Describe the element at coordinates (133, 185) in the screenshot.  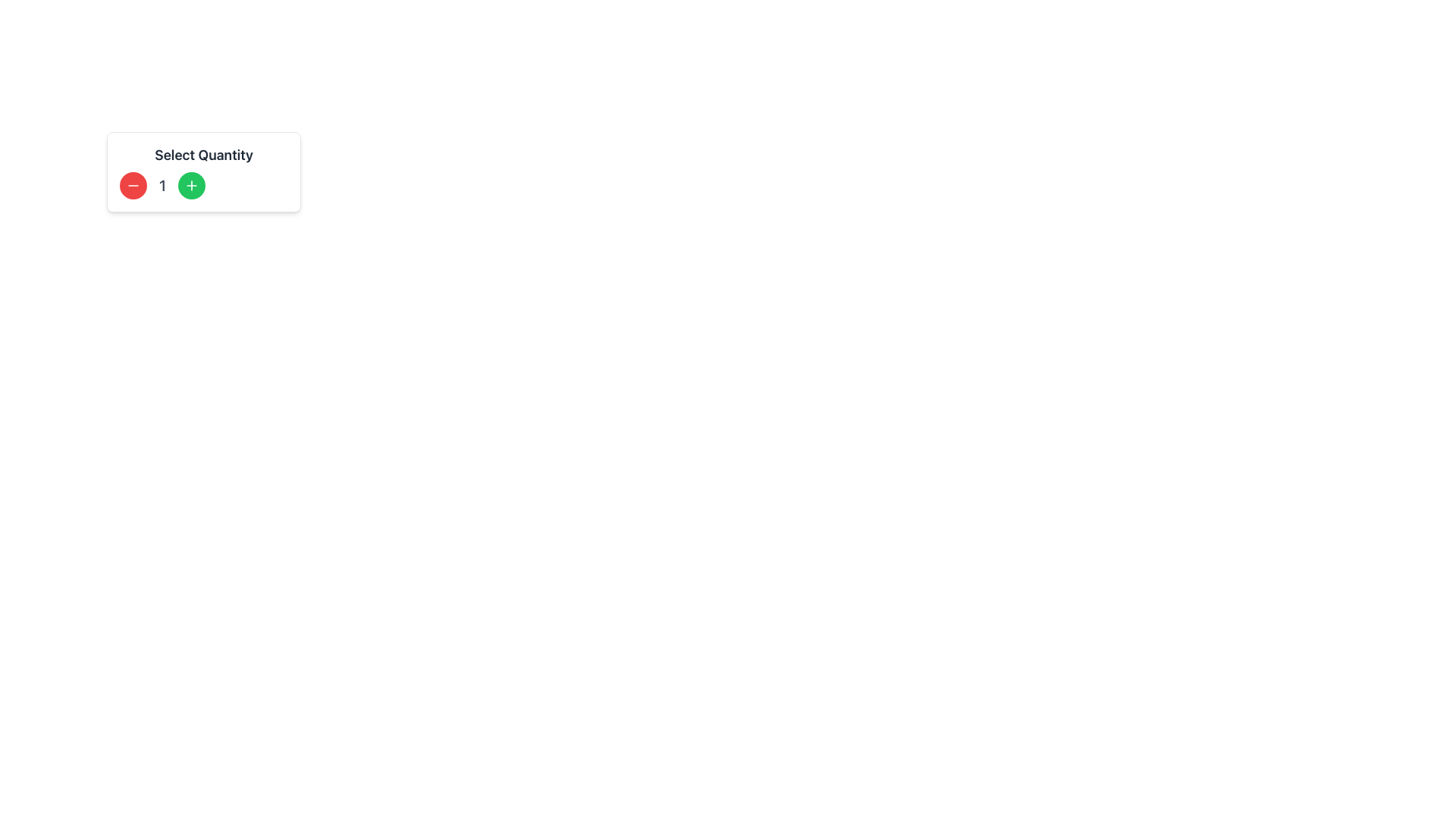
I see `the circular red button with a white 'minus' icon to decrement the value` at that location.